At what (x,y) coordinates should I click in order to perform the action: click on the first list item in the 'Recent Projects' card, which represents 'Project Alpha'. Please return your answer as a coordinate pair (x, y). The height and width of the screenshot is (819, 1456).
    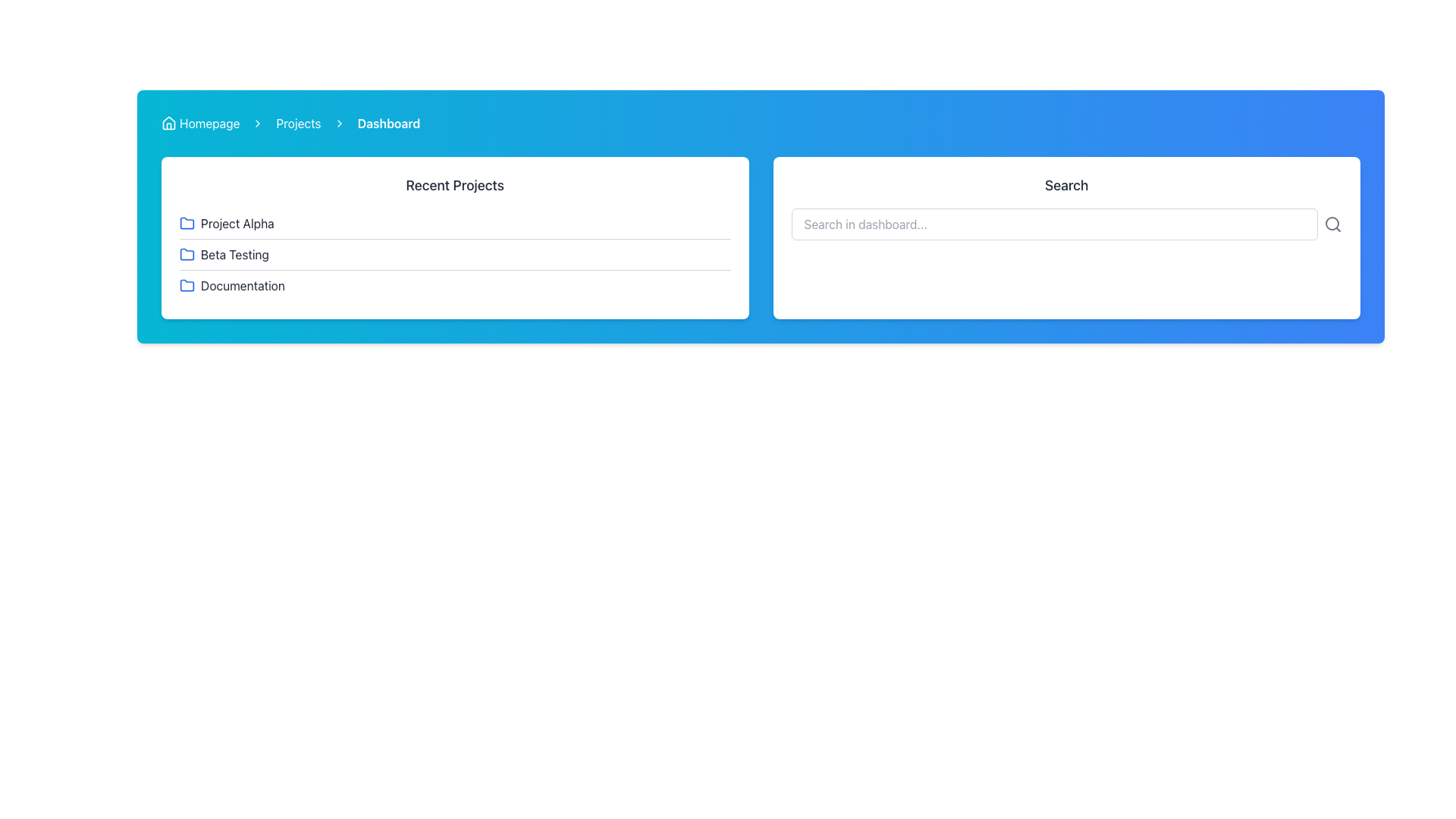
    Looking at the image, I should click on (454, 223).